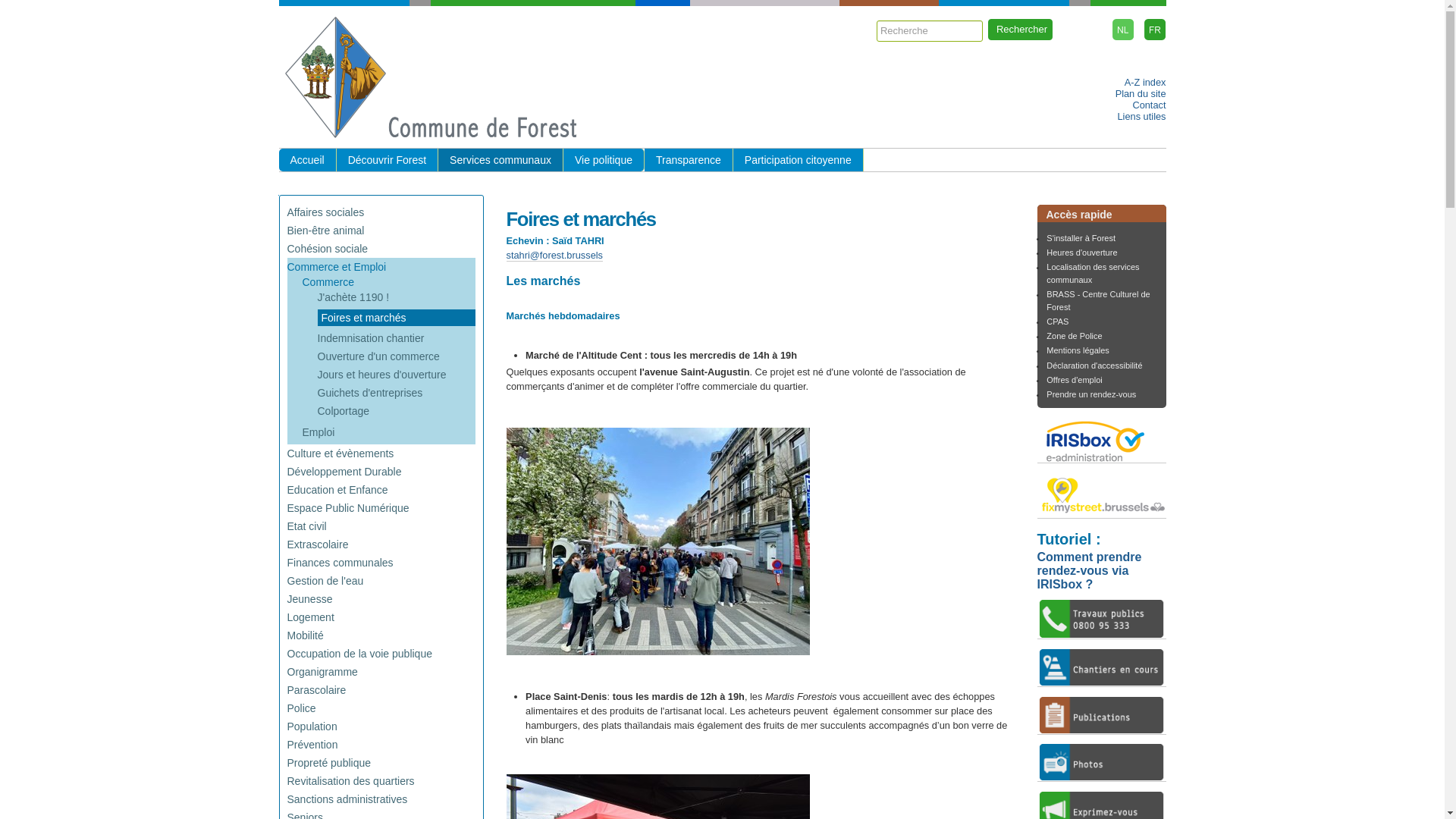 This screenshot has width=1456, height=819. What do you see at coordinates (500, 160) in the screenshot?
I see `'Services communaux'` at bounding box center [500, 160].